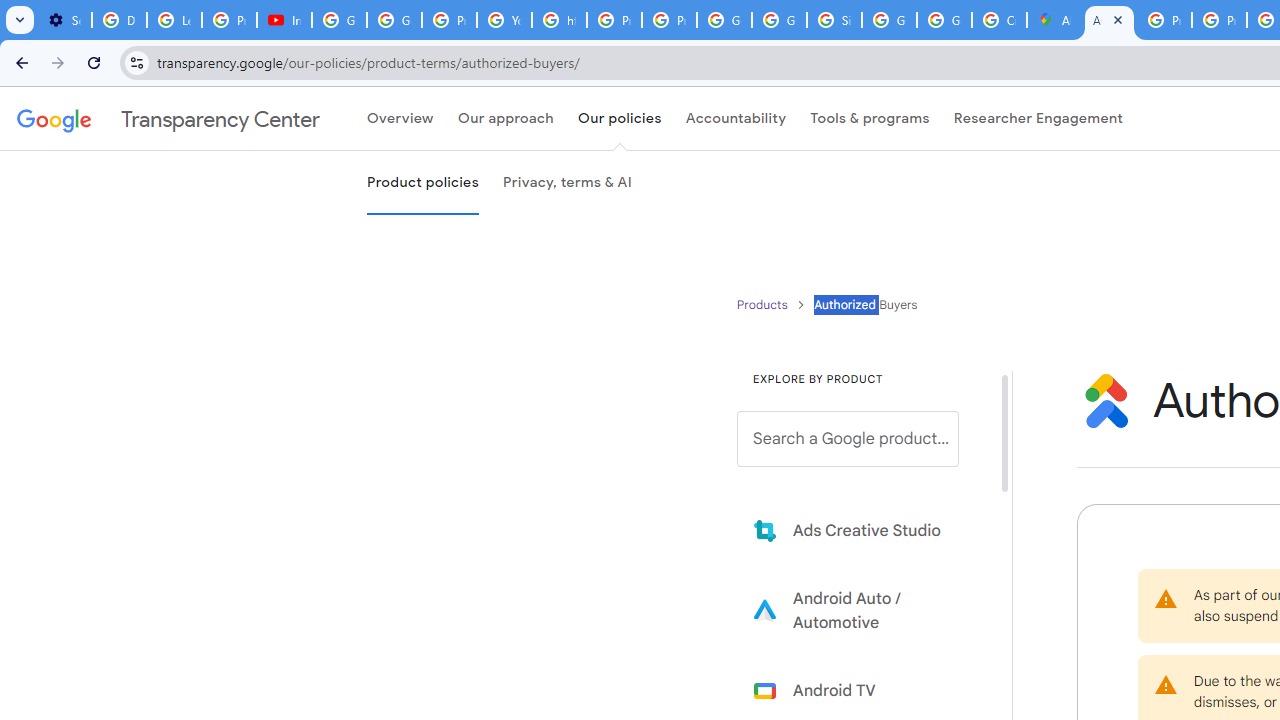  I want to click on 'Overview', so click(400, 119).